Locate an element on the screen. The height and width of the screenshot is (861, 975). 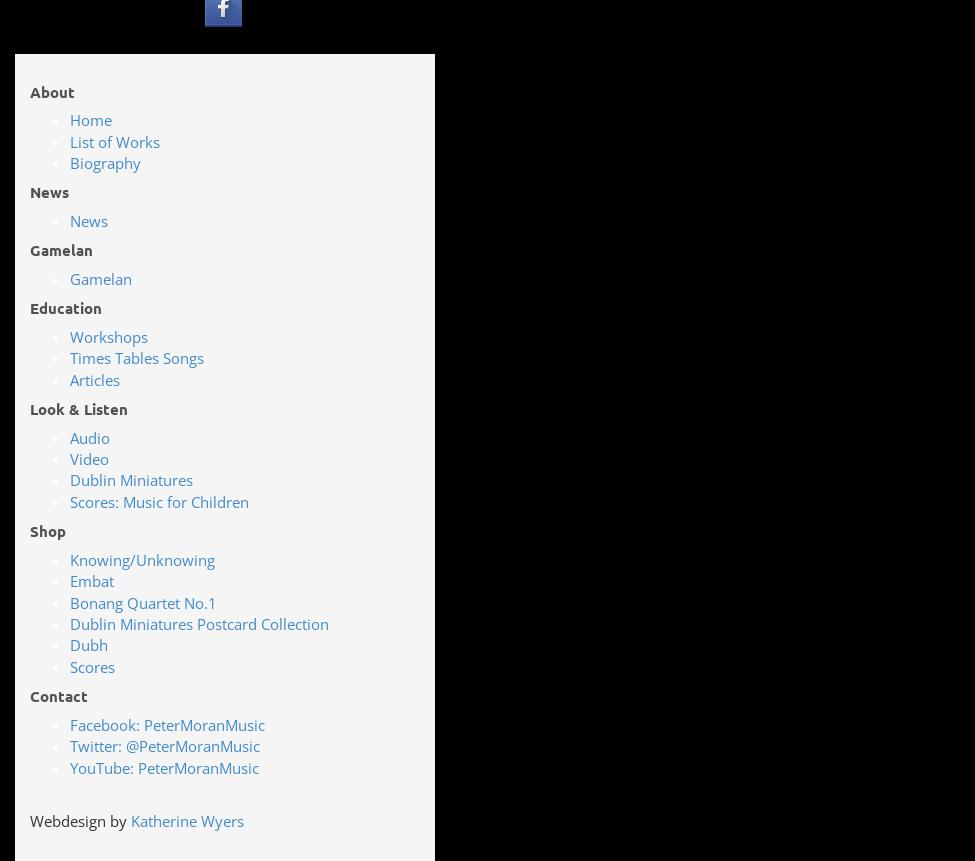
'Bonang Quartet No.1' is located at coordinates (142, 601).